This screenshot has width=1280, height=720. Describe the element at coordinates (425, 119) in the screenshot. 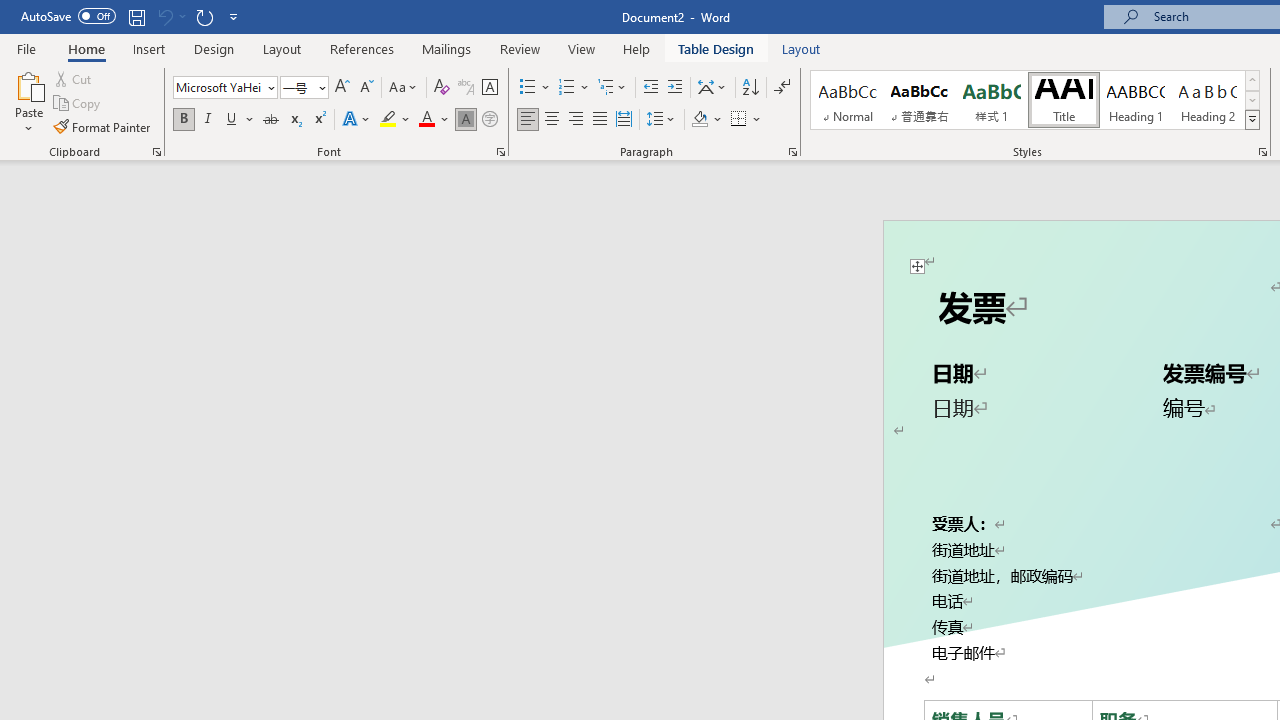

I see `'Font Color RGB(255, 0, 0)'` at that location.